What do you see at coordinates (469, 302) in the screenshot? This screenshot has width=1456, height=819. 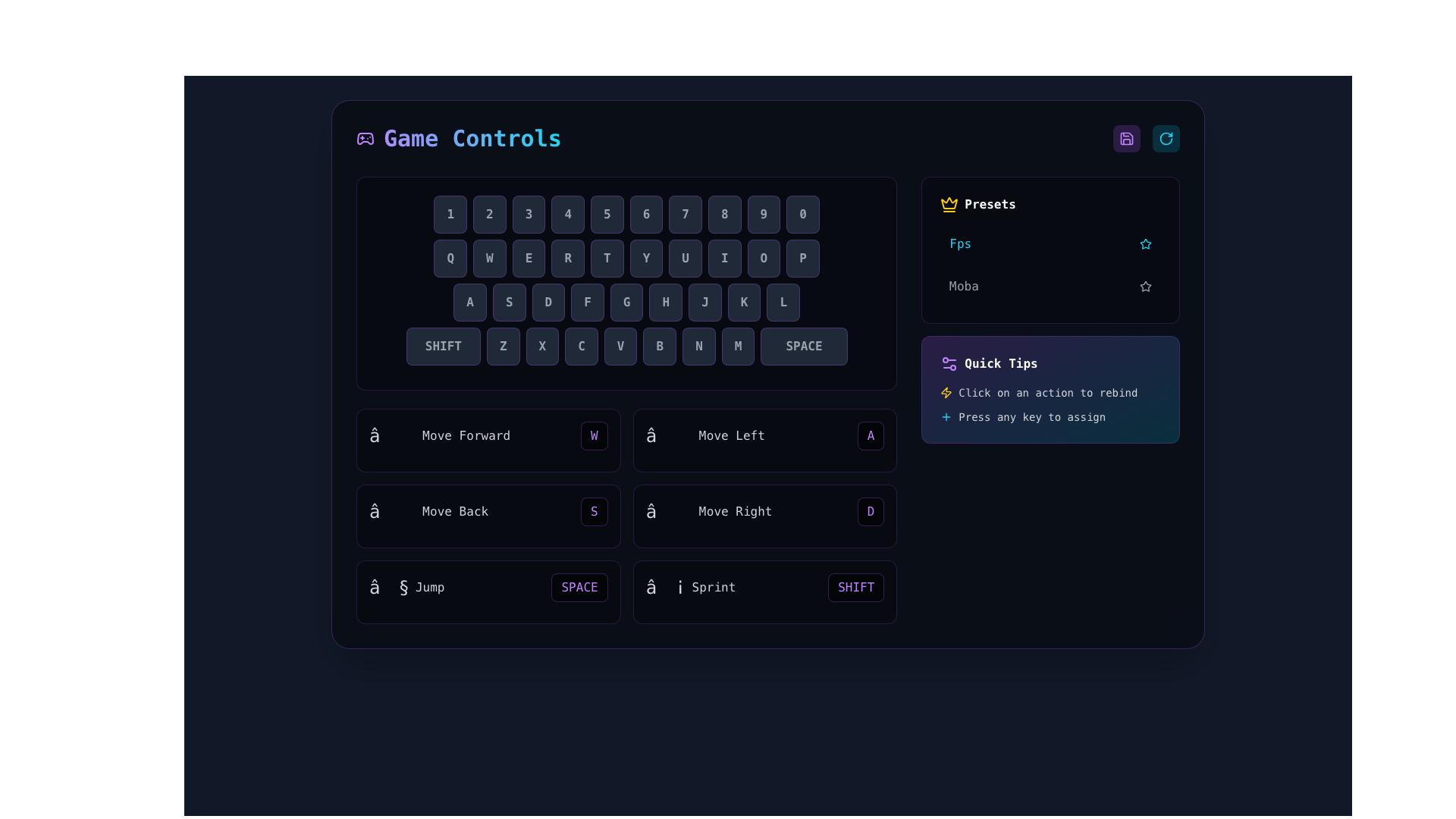 I see `the first button in the row containing the text 'ASDFGHJKL' to simulate a keypress on the virtual keyboard` at bounding box center [469, 302].